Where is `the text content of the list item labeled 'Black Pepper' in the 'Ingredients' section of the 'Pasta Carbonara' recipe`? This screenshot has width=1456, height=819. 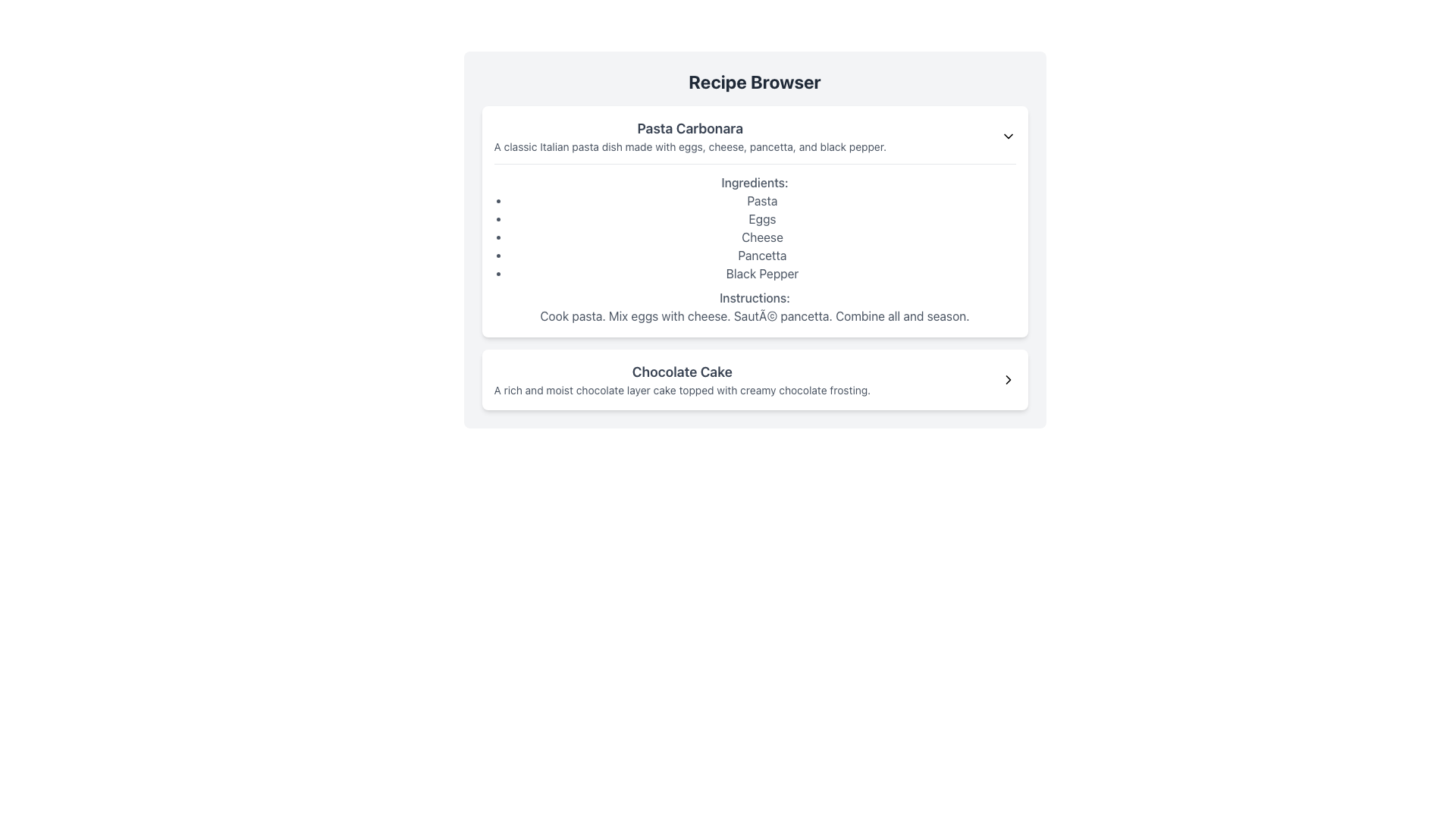 the text content of the list item labeled 'Black Pepper' in the 'Ingredients' section of the 'Pasta Carbonara' recipe is located at coordinates (762, 274).